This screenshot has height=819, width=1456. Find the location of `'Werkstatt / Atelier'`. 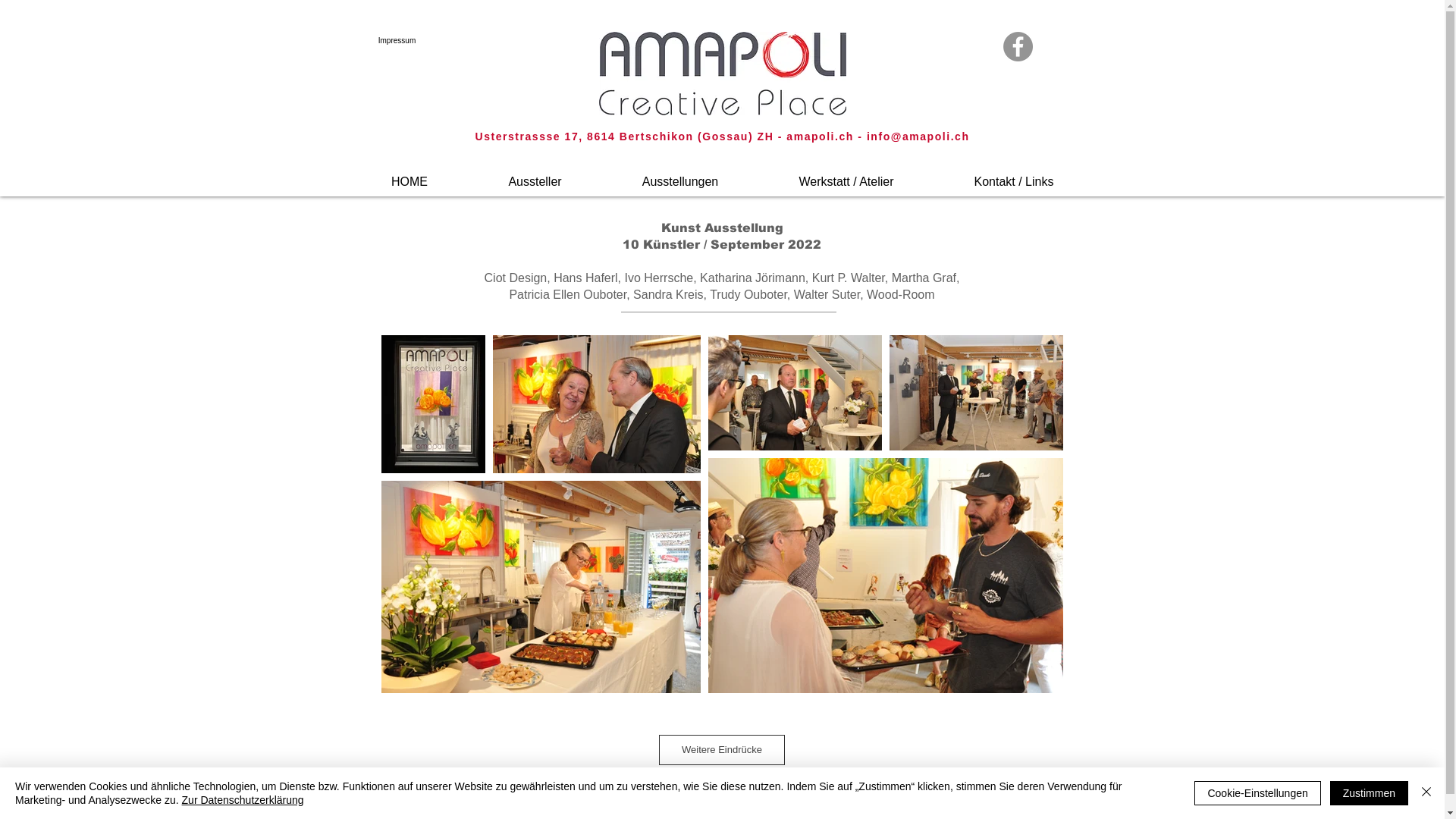

'Werkstatt / Atelier' is located at coordinates (758, 174).